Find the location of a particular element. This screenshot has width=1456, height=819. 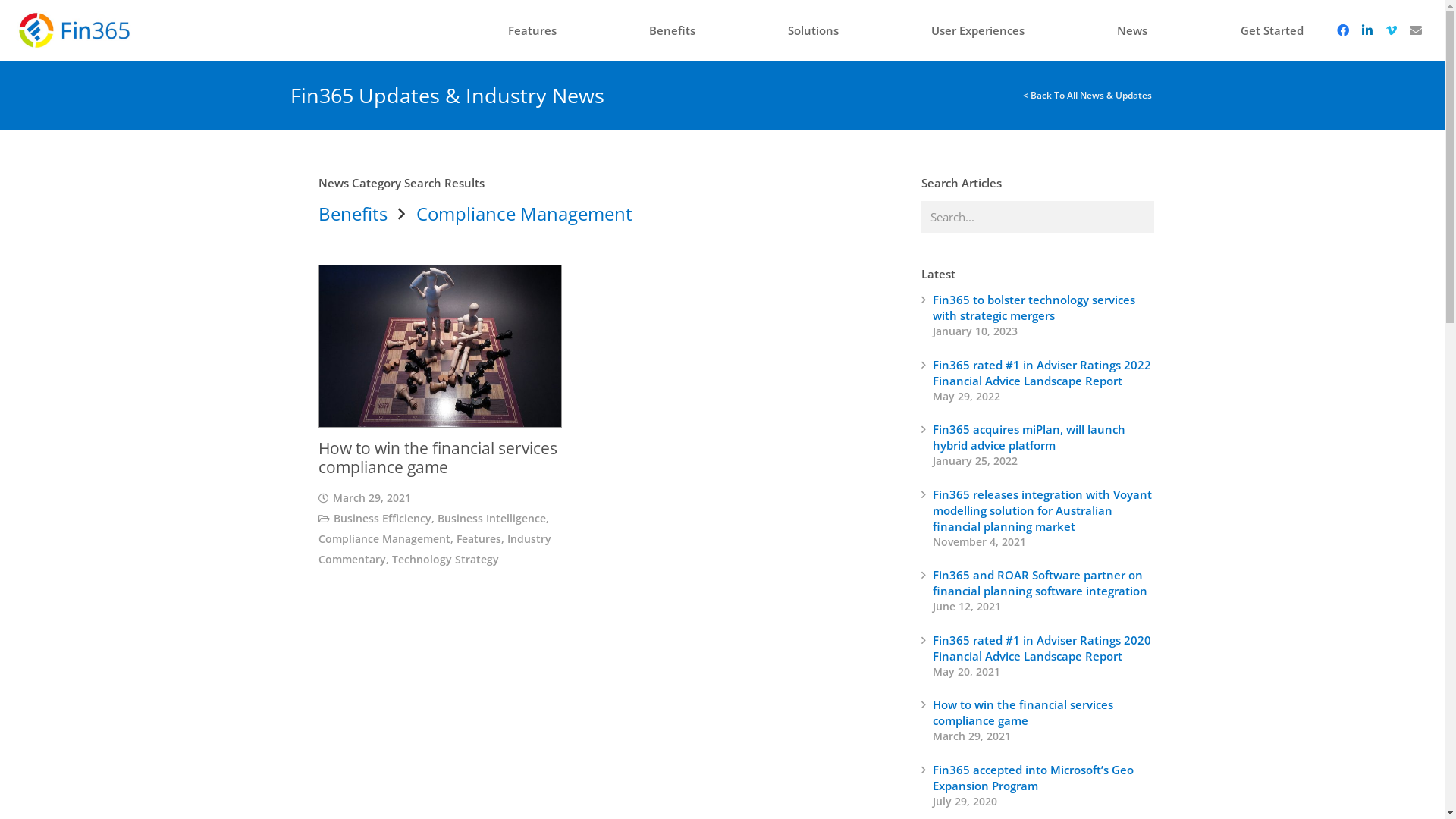

'Industry Commentary' is located at coordinates (318, 549).